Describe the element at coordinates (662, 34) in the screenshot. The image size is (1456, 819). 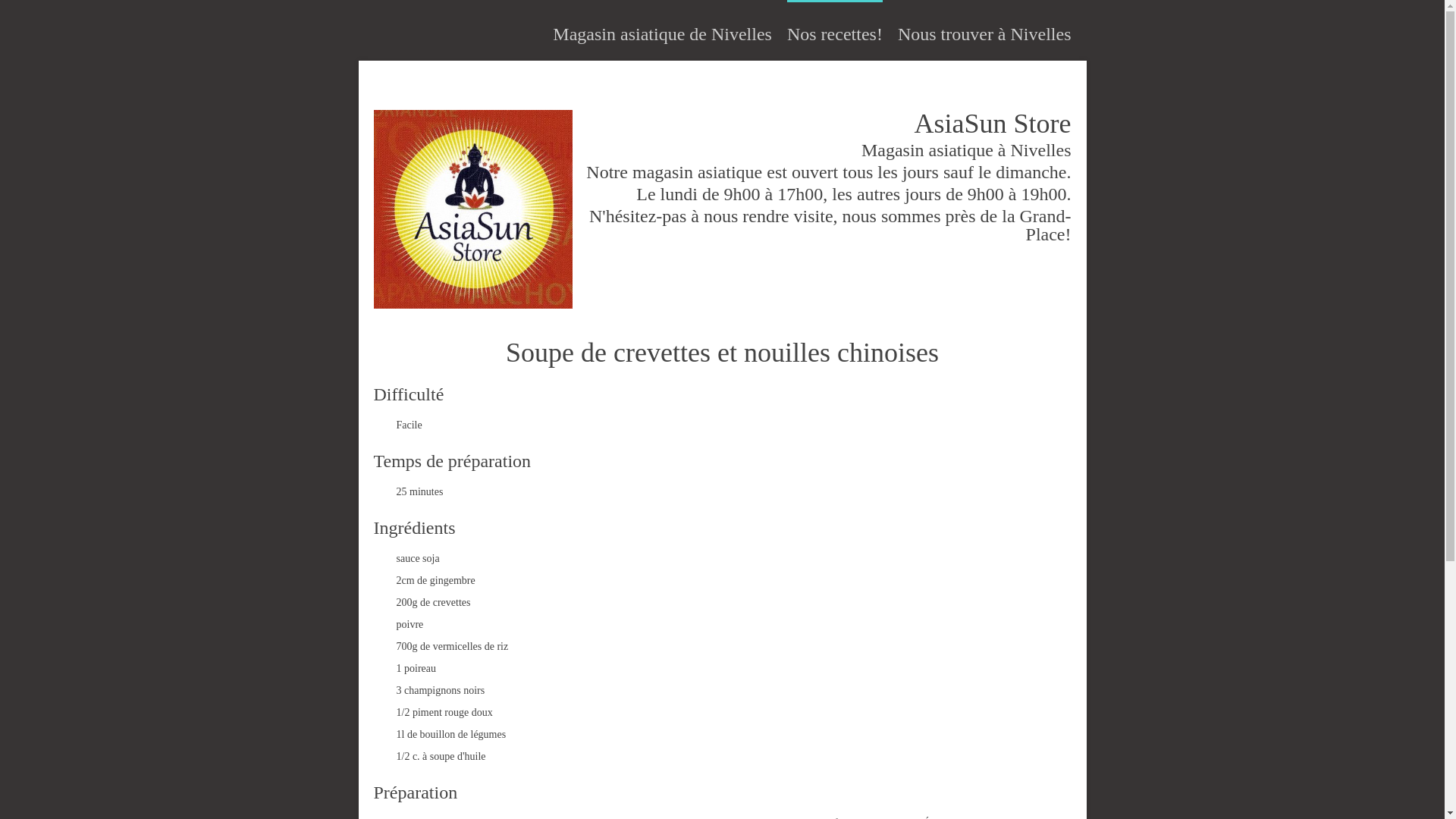
I see `'Magasin asiatique de Nivelles'` at that location.